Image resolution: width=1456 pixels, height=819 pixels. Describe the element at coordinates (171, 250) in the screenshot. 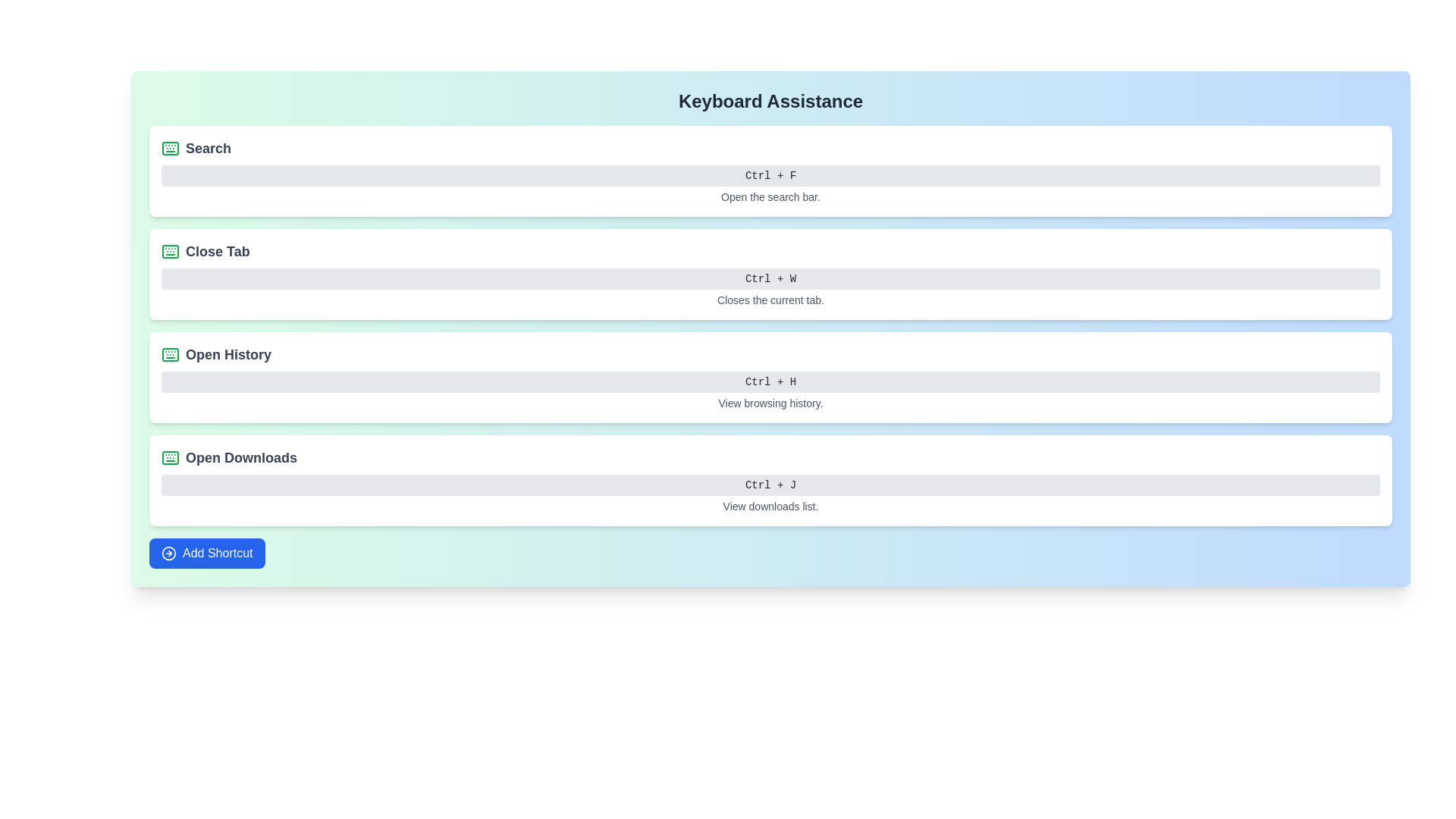

I see `the small, green-colored keyboard symbol icon located to the left of the 'Close Tab' text in the second group of options` at that location.